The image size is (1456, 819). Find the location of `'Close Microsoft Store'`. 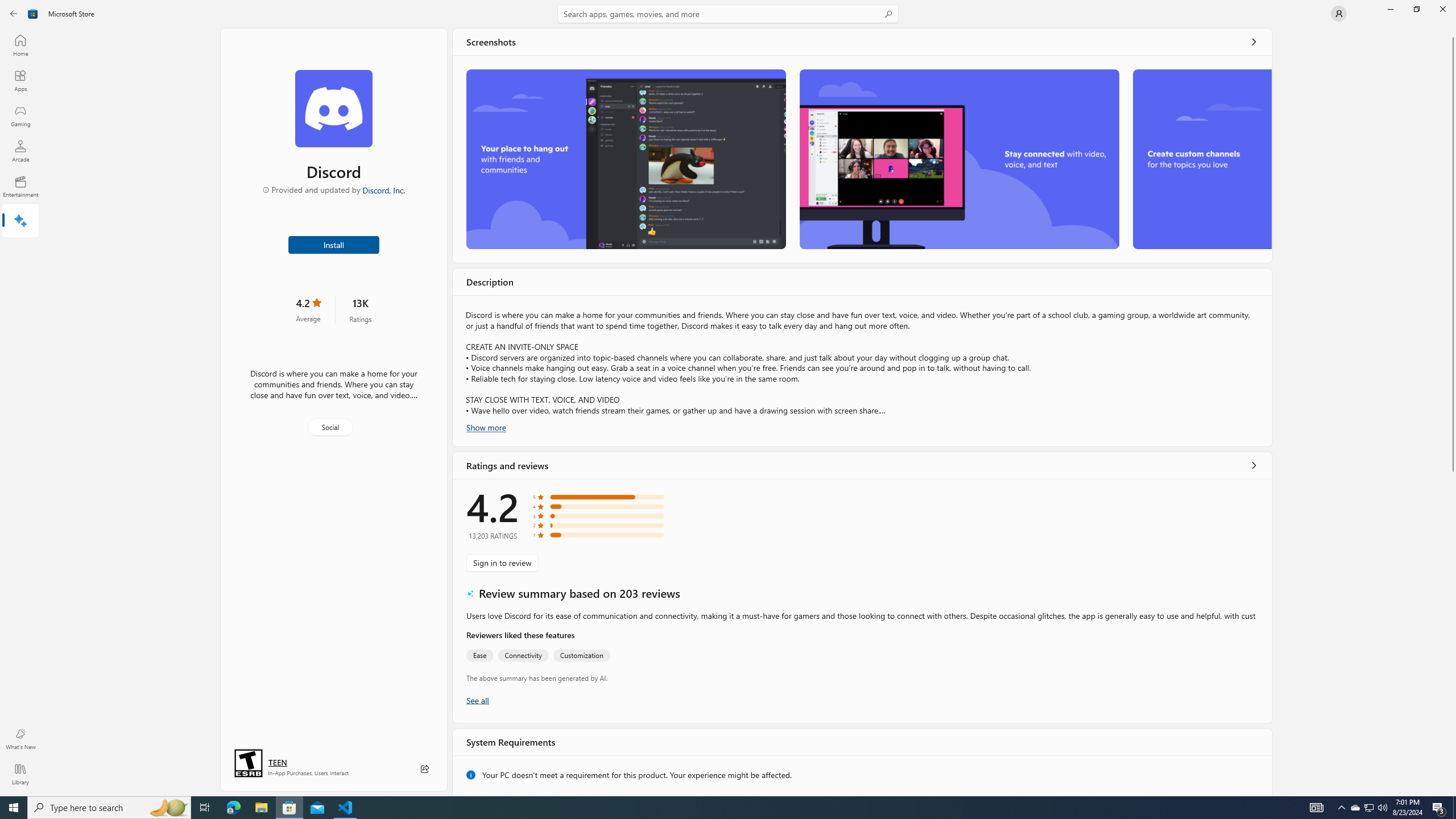

'Close Microsoft Store' is located at coordinates (1442, 9).